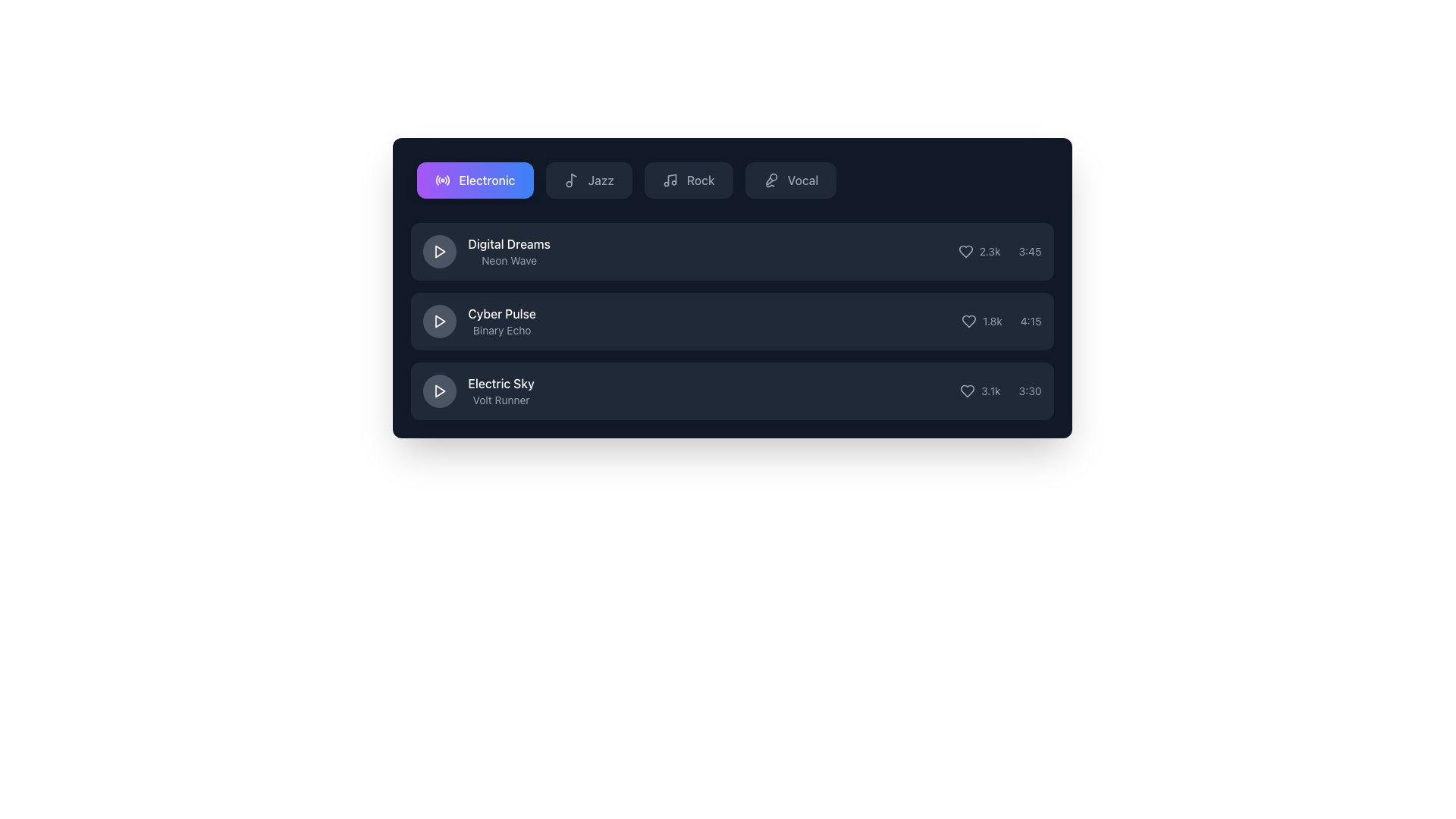  Describe the element at coordinates (965, 250) in the screenshot. I see `the favorite or like button located in the right section of the first row of song entries, near the numerical text indicating 2.3k` at that location.